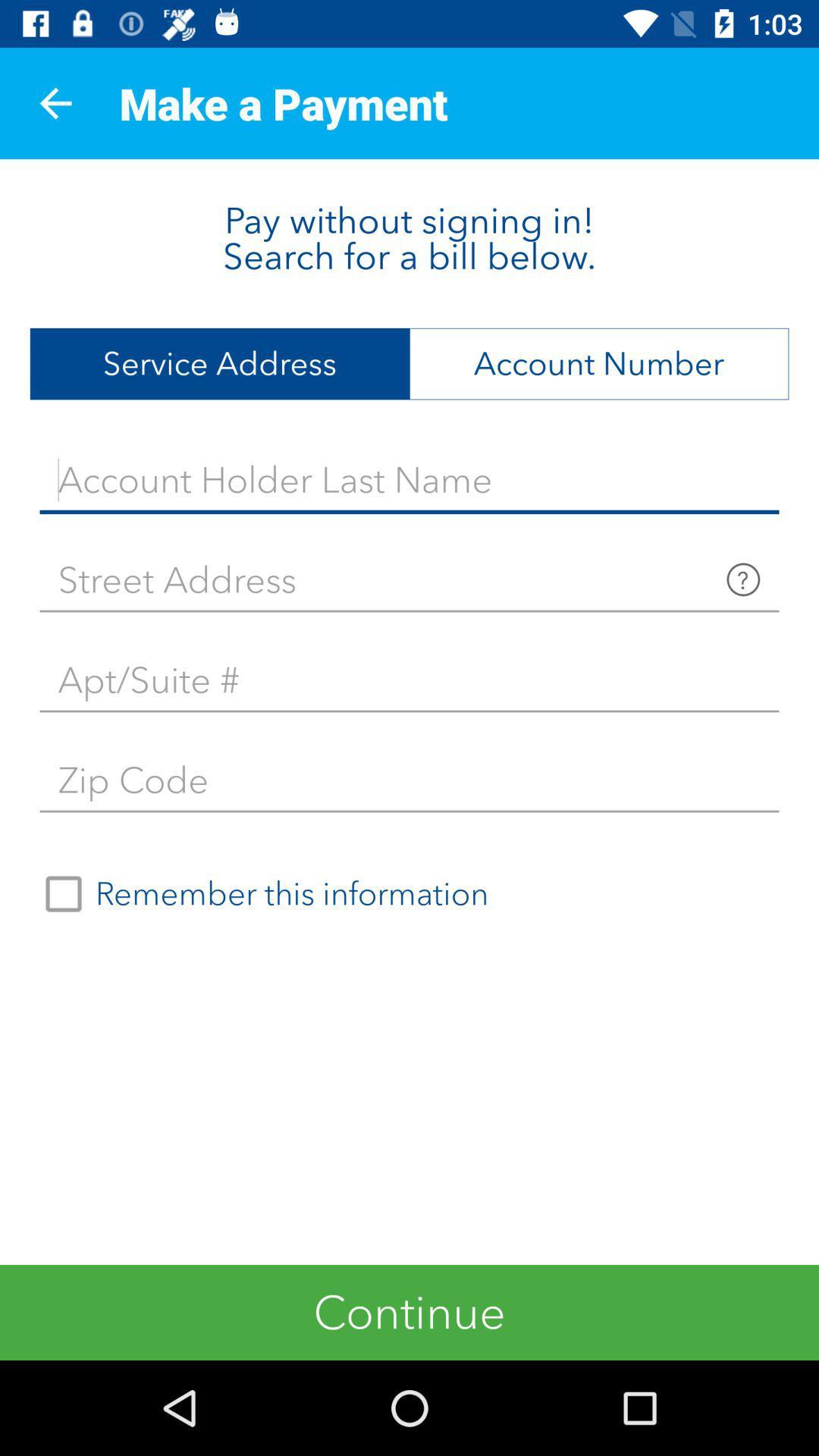  Describe the element at coordinates (409, 1312) in the screenshot. I see `the continue item` at that location.